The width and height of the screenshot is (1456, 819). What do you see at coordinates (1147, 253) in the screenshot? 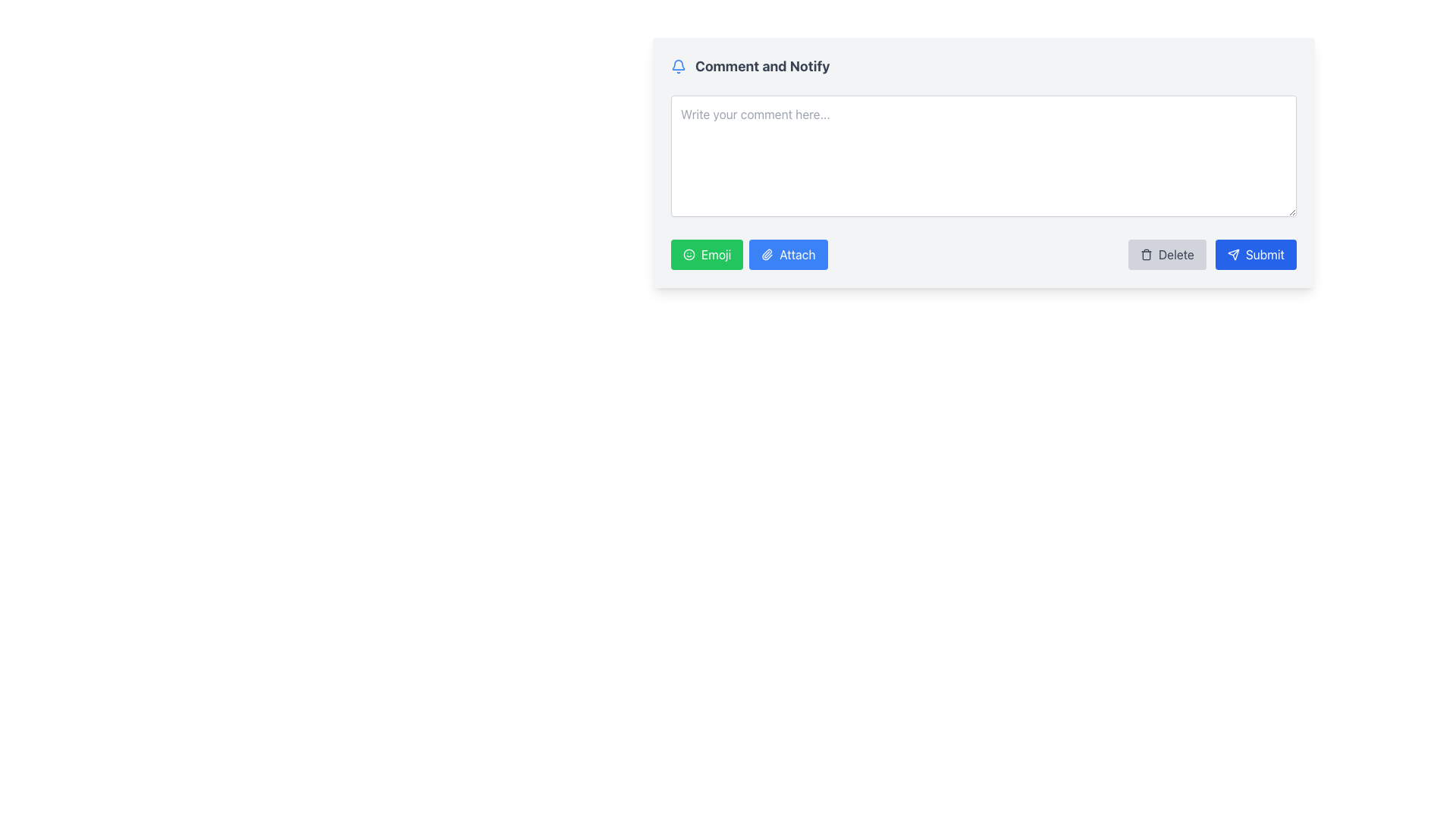
I see `the trash bin icon located to the left of the 'Delete' text label within the 'Delete' button` at bounding box center [1147, 253].